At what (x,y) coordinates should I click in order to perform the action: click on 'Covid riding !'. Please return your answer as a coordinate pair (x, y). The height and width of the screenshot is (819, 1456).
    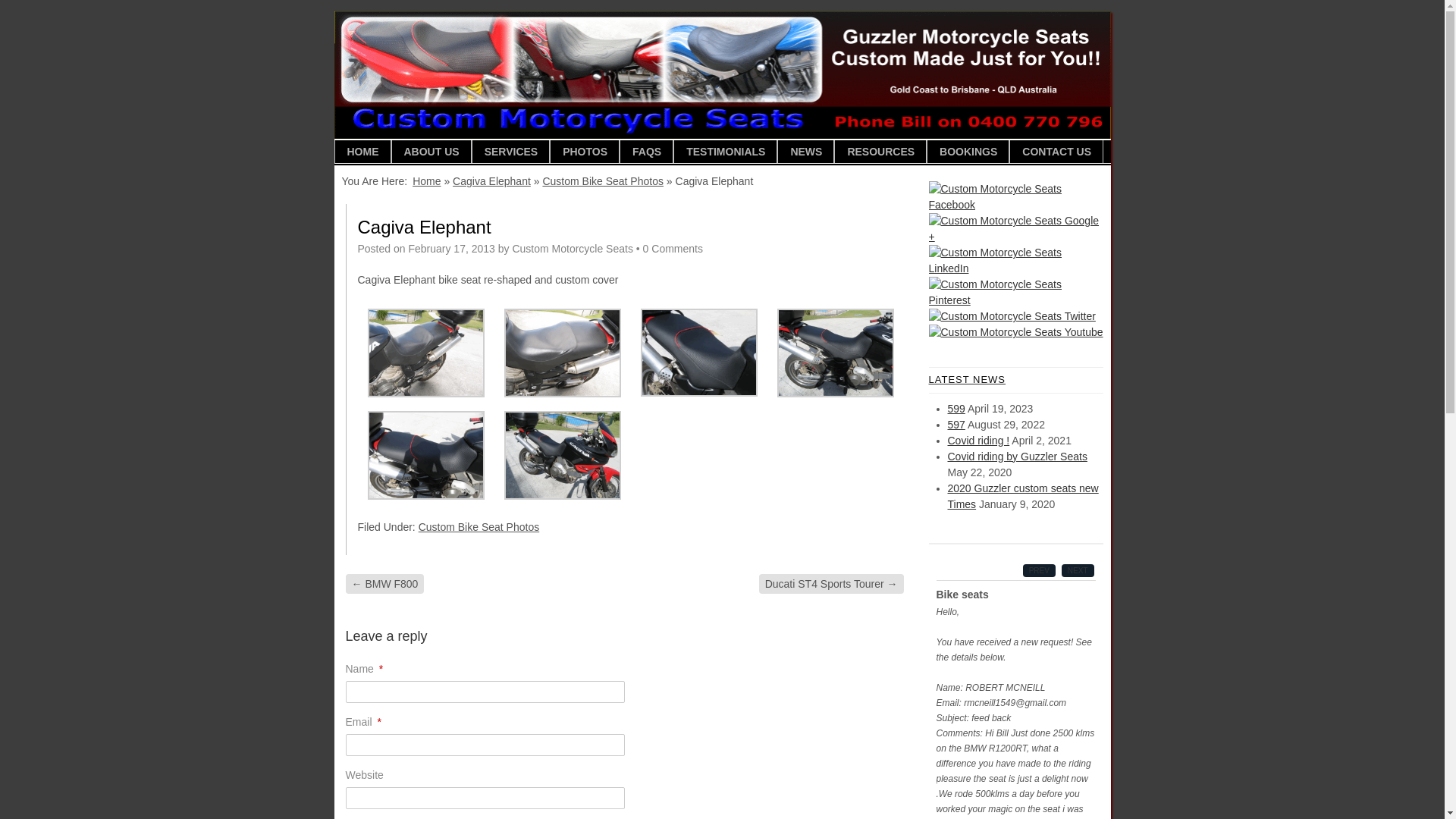
    Looking at the image, I should click on (979, 439).